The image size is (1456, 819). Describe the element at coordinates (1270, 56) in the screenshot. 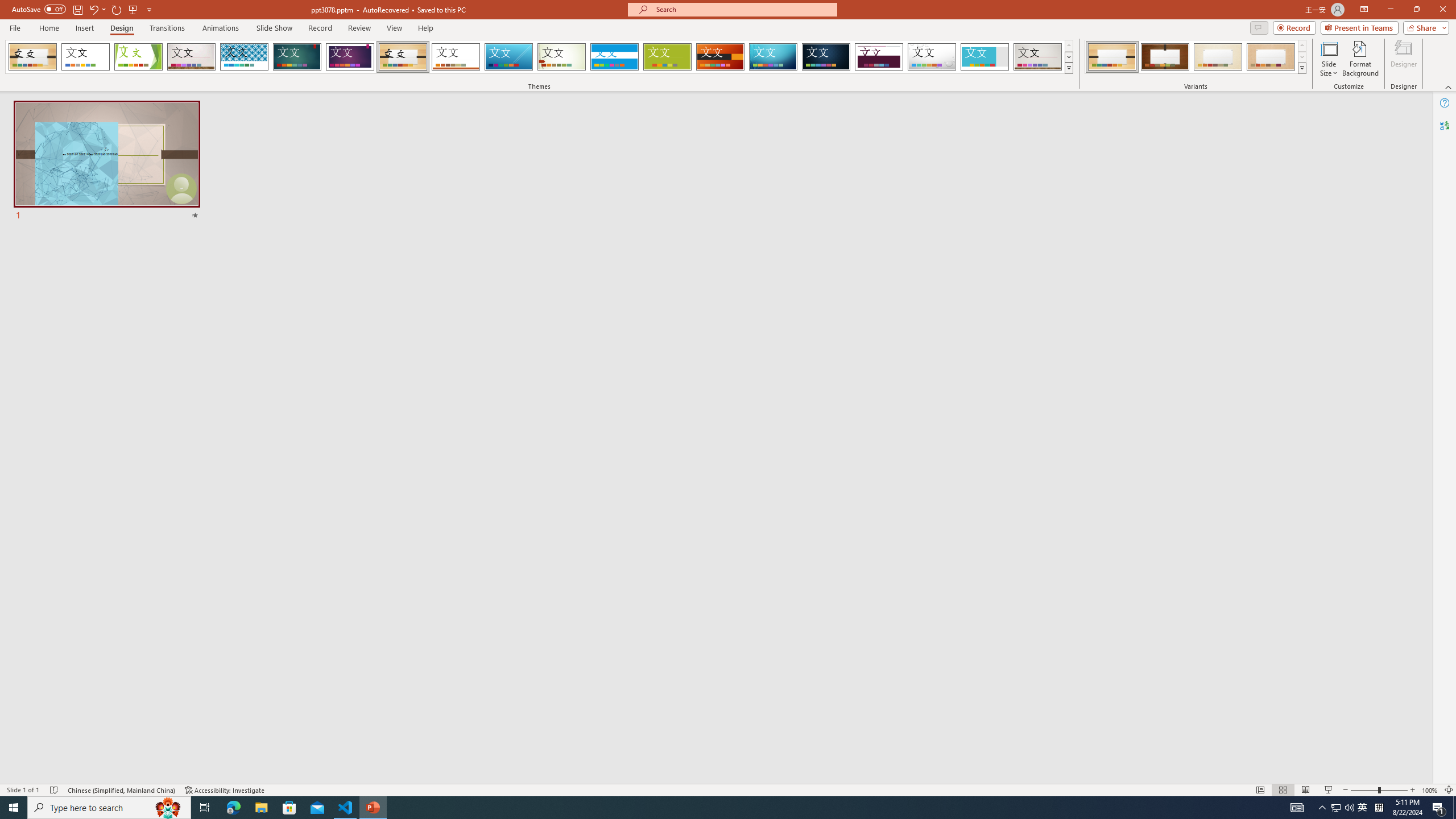

I see `'Organic Variant 4'` at that location.